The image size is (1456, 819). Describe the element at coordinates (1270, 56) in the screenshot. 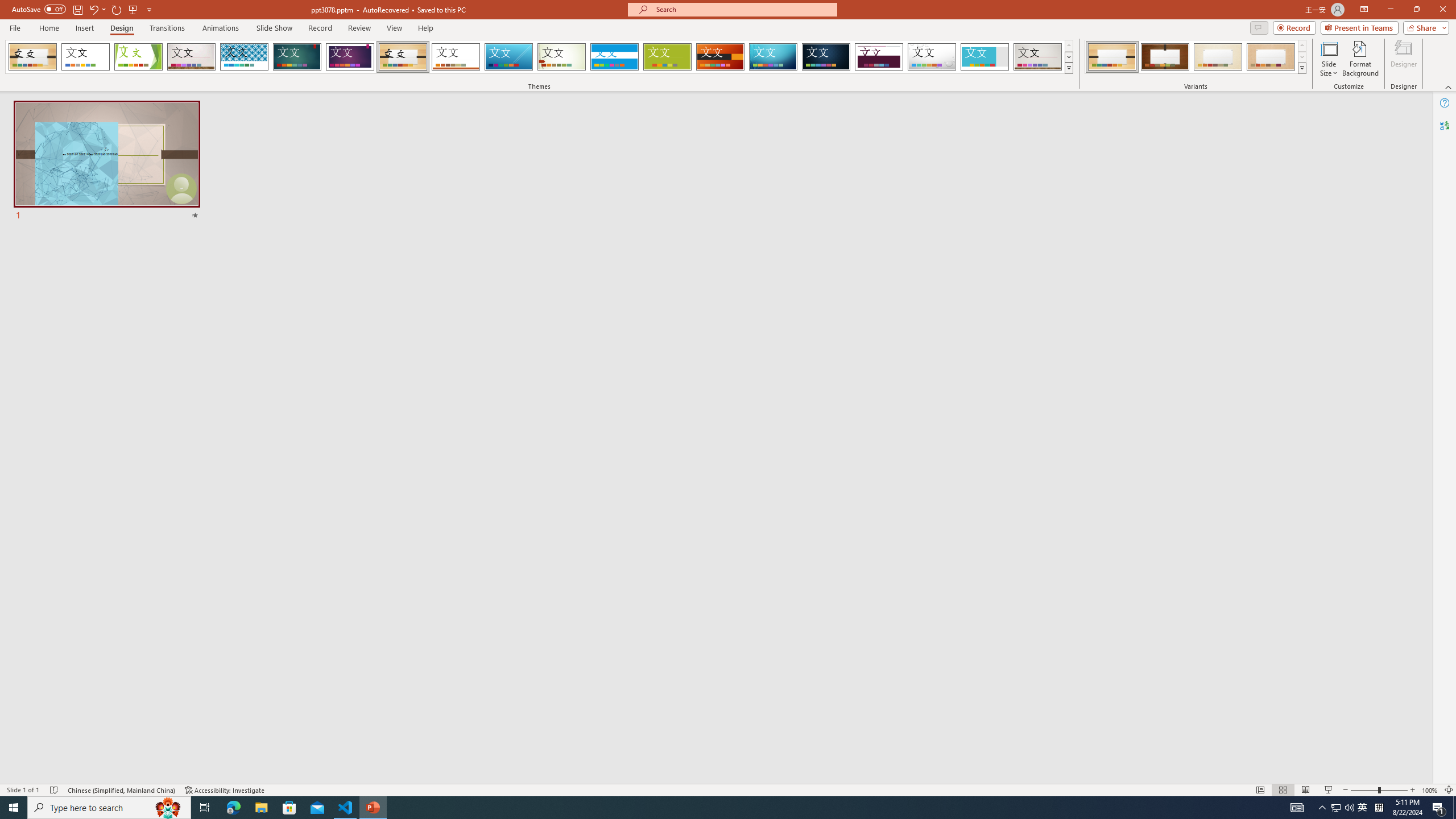

I see `'Organic Variant 4'` at that location.